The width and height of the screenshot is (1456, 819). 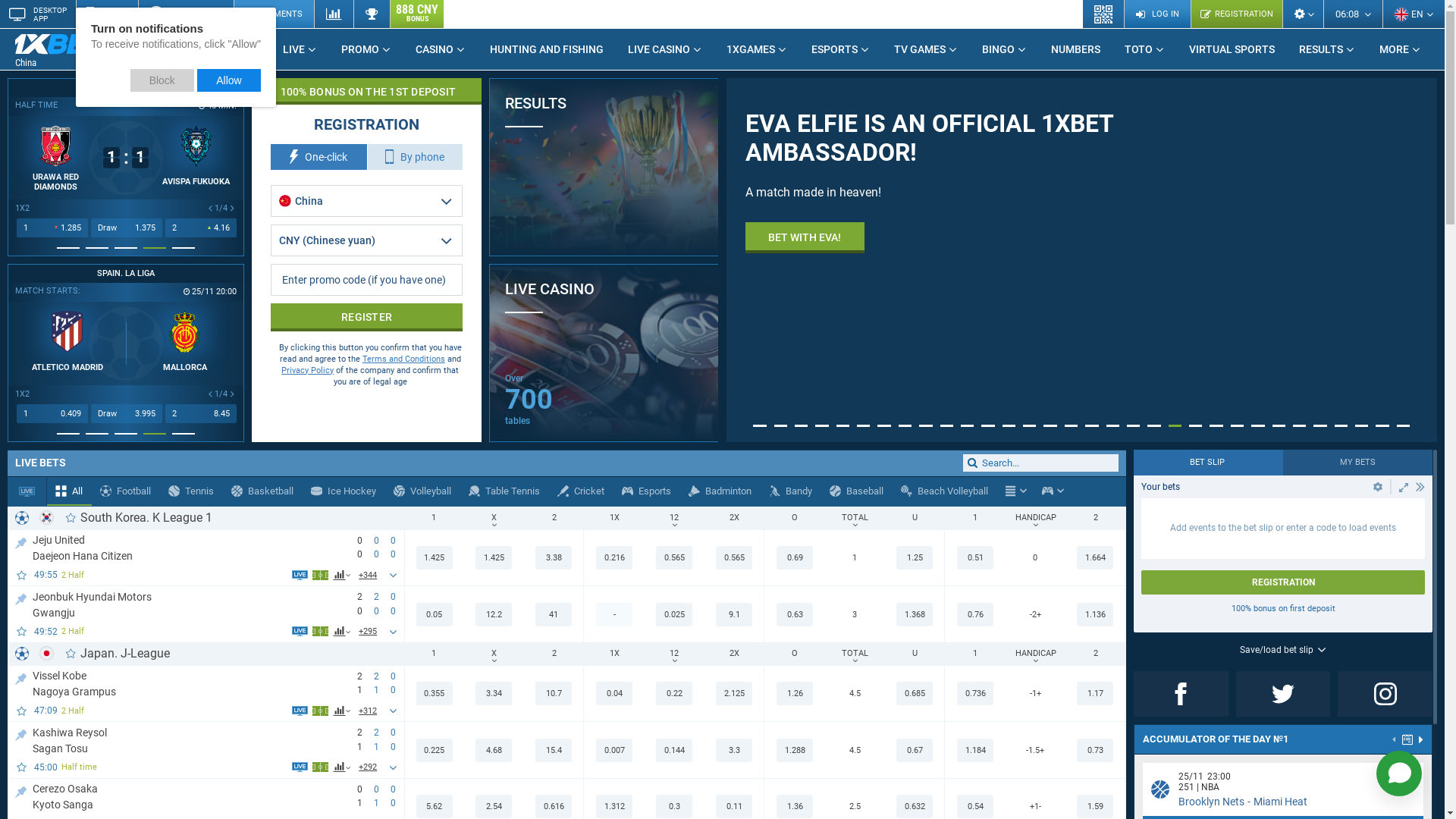 What do you see at coordinates (415, 157) in the screenshot?
I see `'By phone'` at bounding box center [415, 157].